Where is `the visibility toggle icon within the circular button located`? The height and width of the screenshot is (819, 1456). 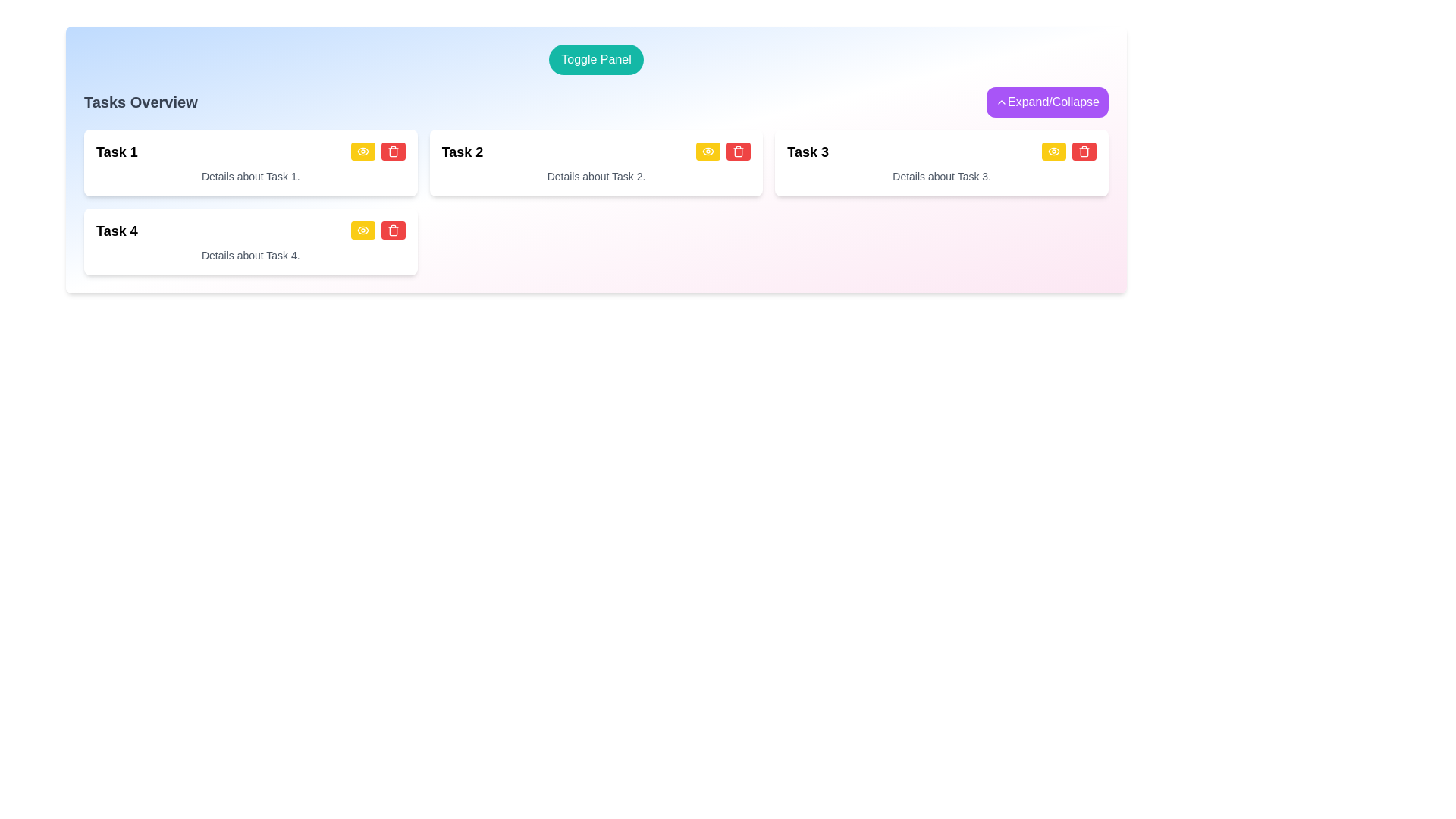
the visibility toggle icon within the circular button located is located at coordinates (362, 230).